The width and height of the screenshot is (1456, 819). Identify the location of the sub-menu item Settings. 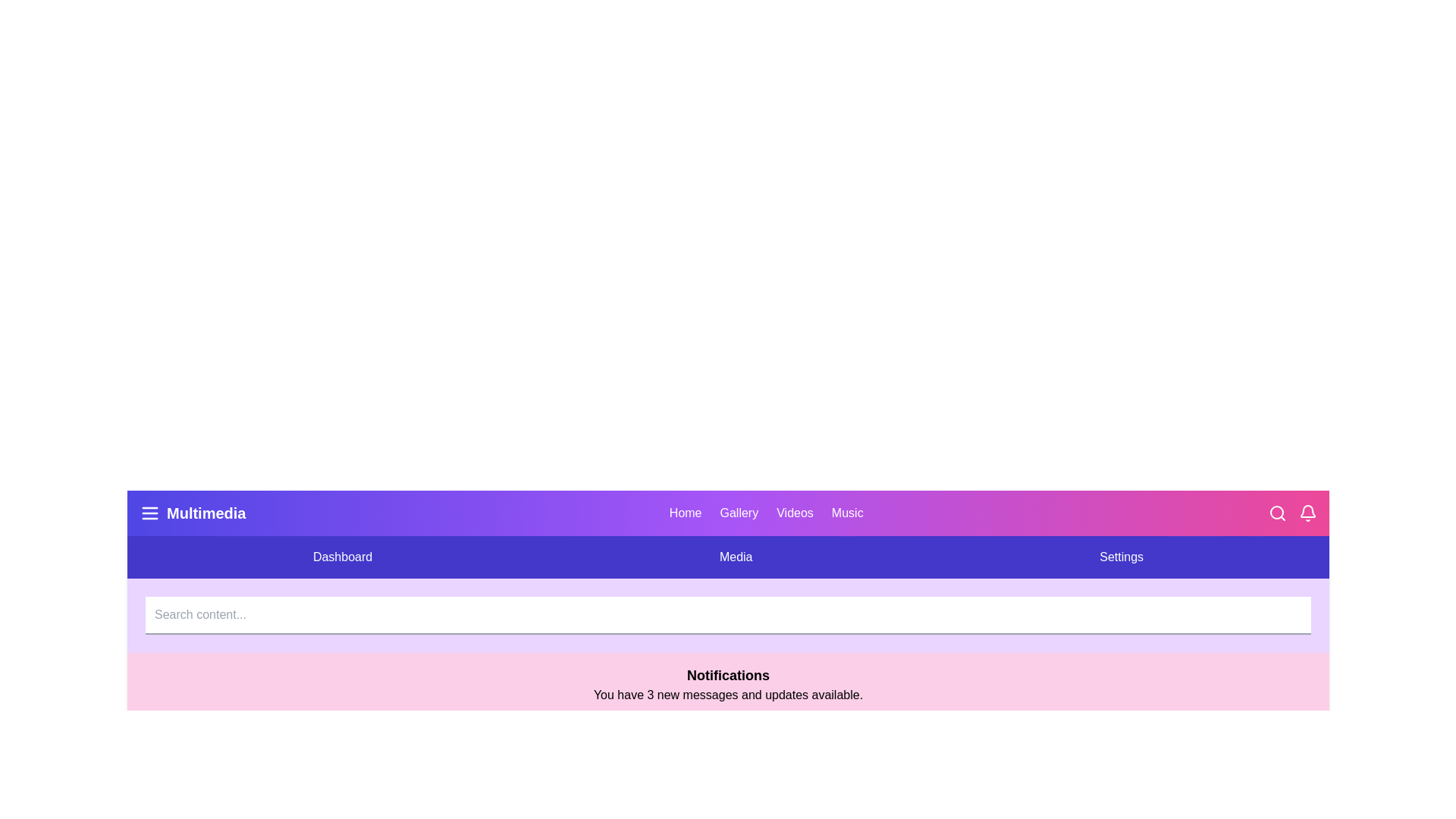
(1122, 557).